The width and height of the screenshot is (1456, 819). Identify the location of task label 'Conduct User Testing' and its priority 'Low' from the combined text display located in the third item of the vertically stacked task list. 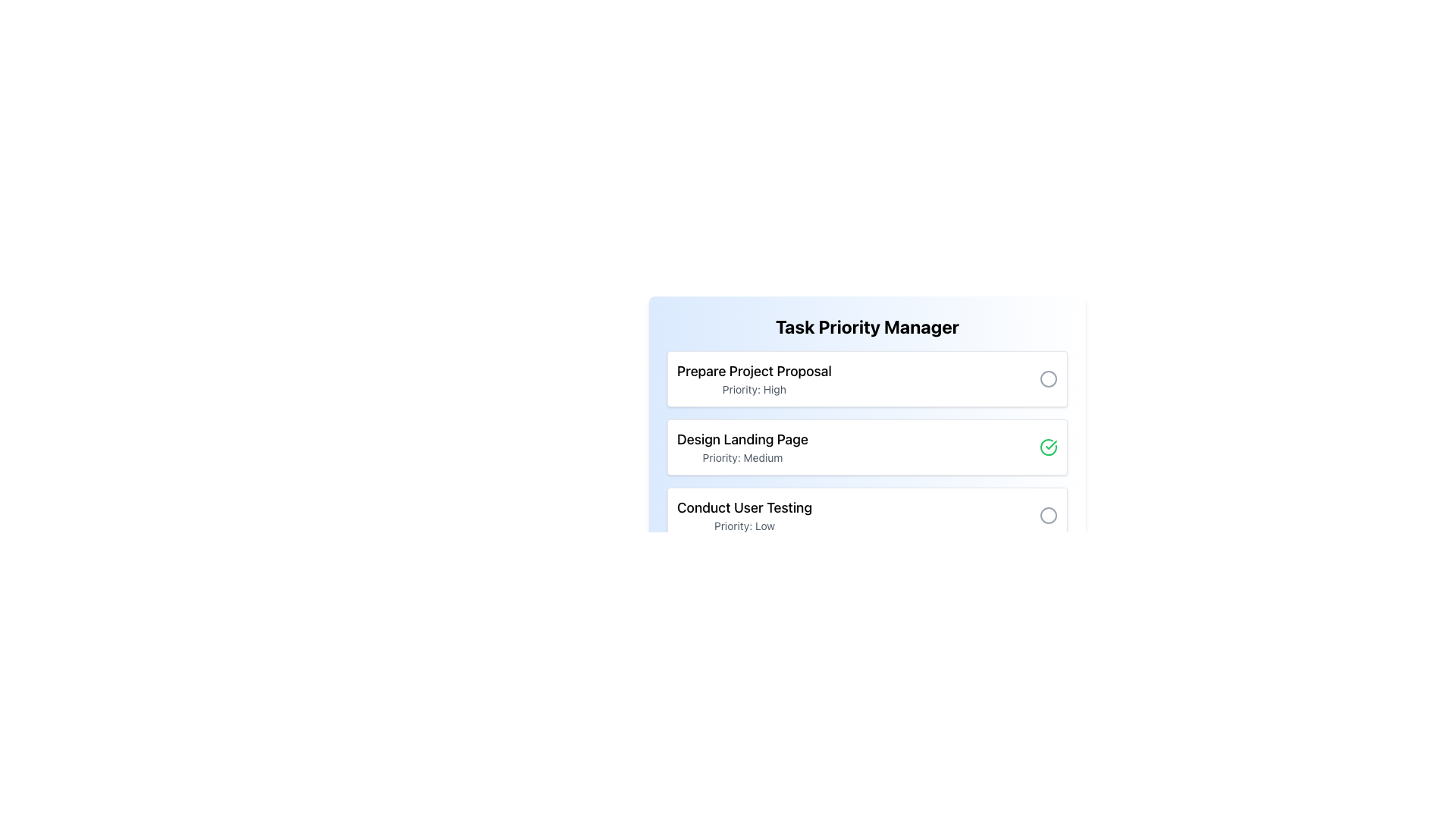
(745, 514).